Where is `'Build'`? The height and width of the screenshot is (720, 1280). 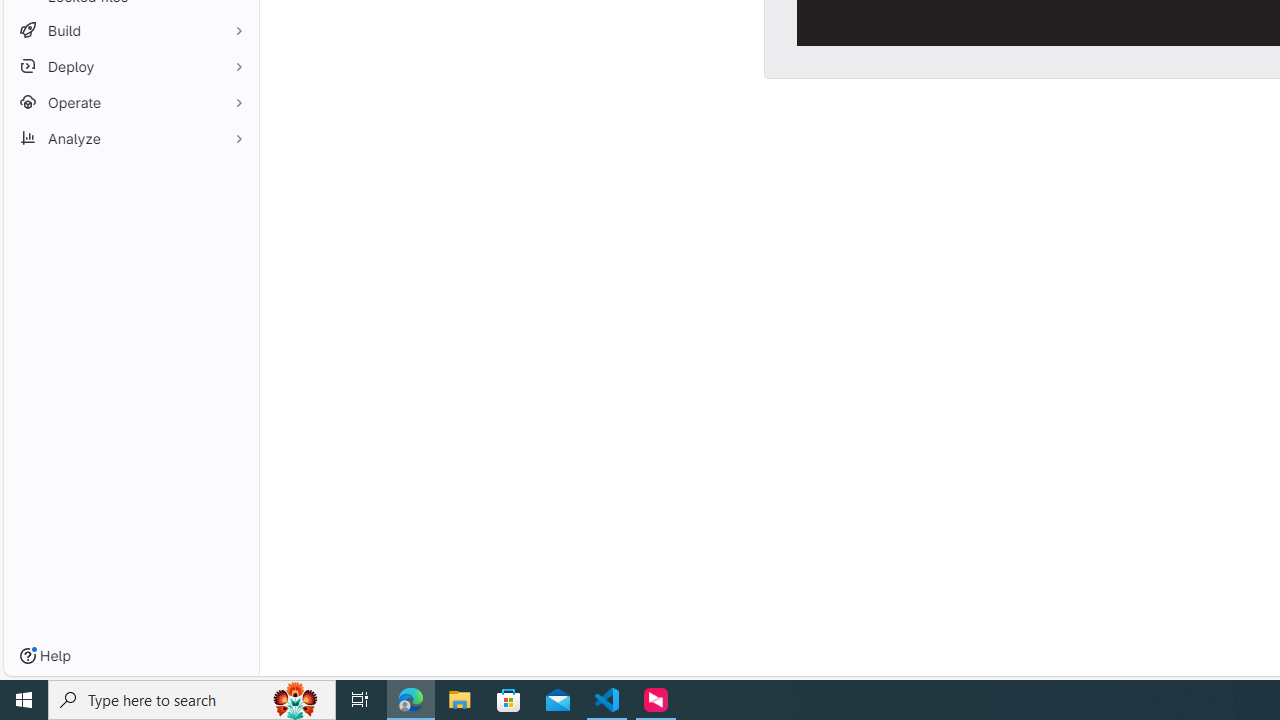
'Build' is located at coordinates (130, 30).